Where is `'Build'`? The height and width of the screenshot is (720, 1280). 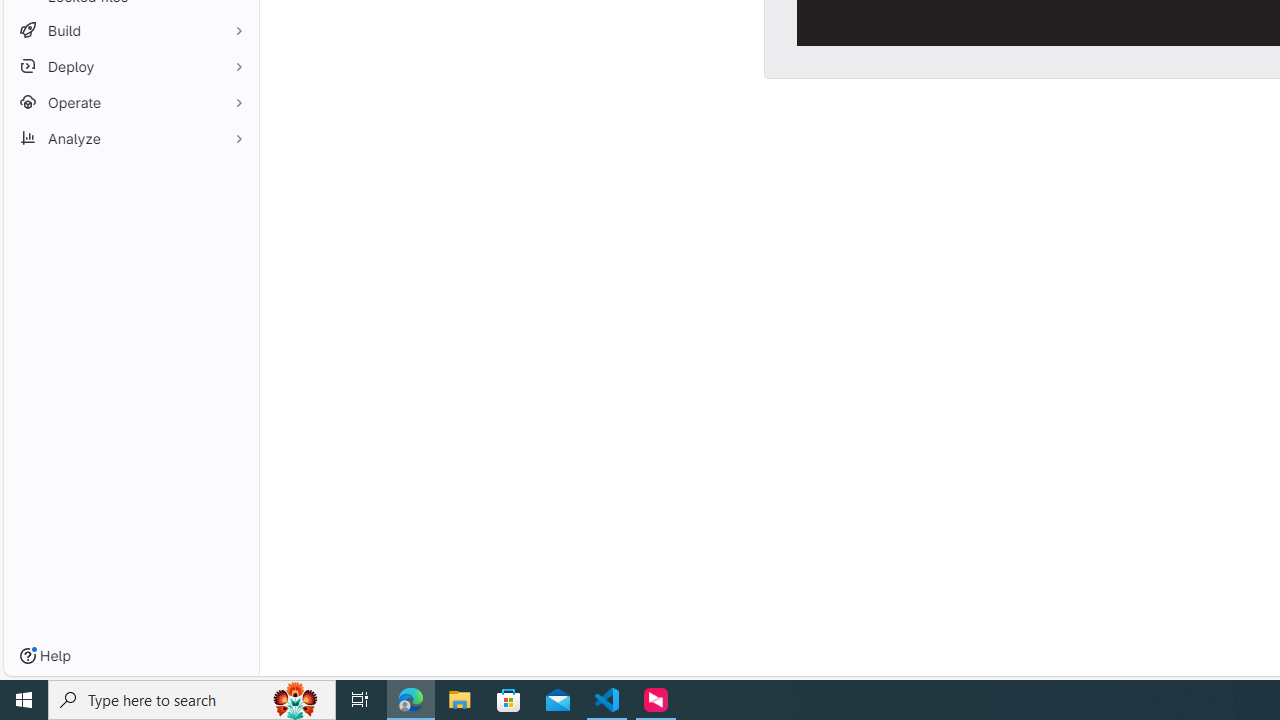
'Build' is located at coordinates (130, 30).